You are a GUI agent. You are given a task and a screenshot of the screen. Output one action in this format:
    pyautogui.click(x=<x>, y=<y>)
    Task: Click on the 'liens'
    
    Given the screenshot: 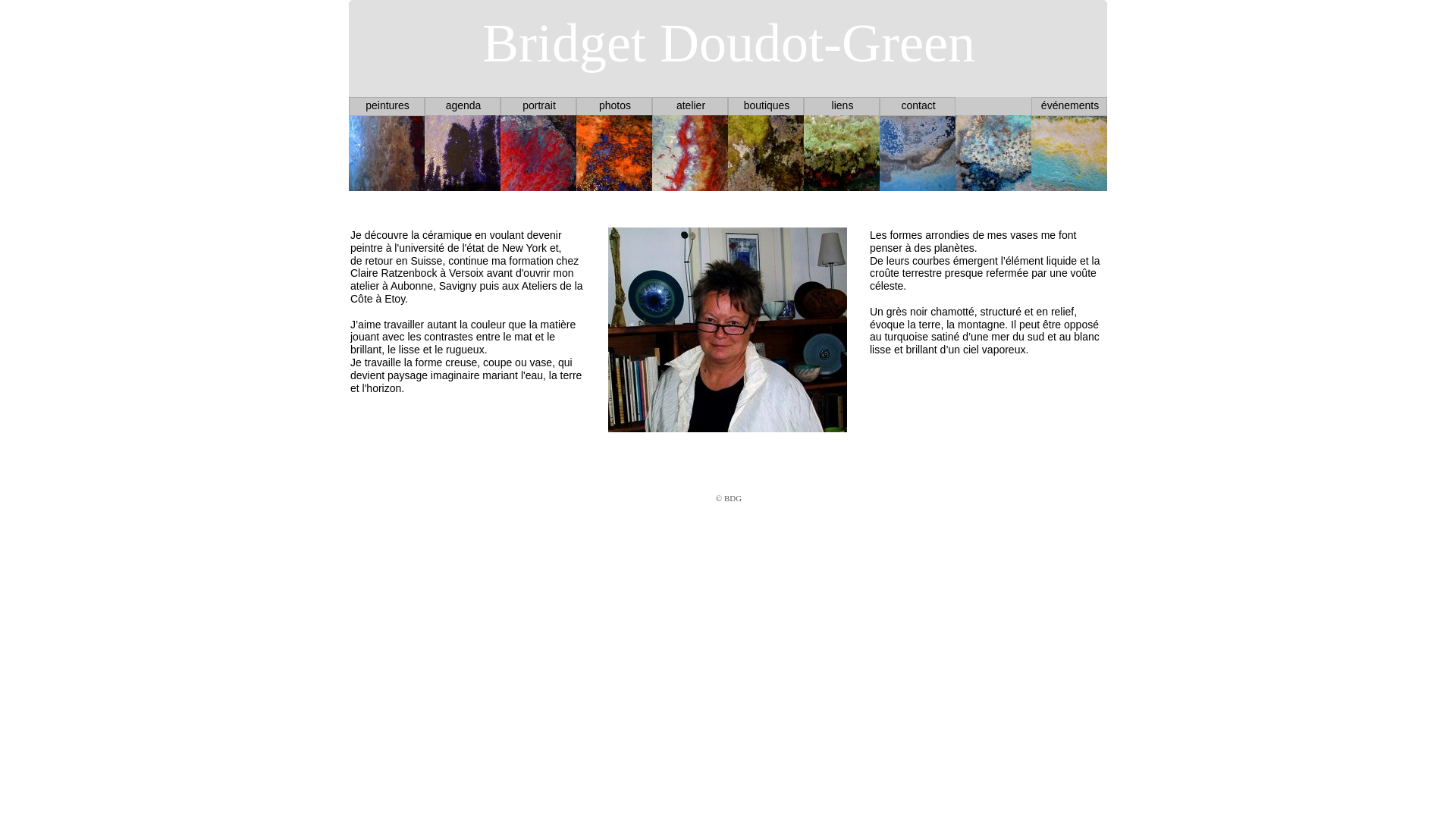 What is the action you would take?
    pyautogui.click(x=842, y=104)
    